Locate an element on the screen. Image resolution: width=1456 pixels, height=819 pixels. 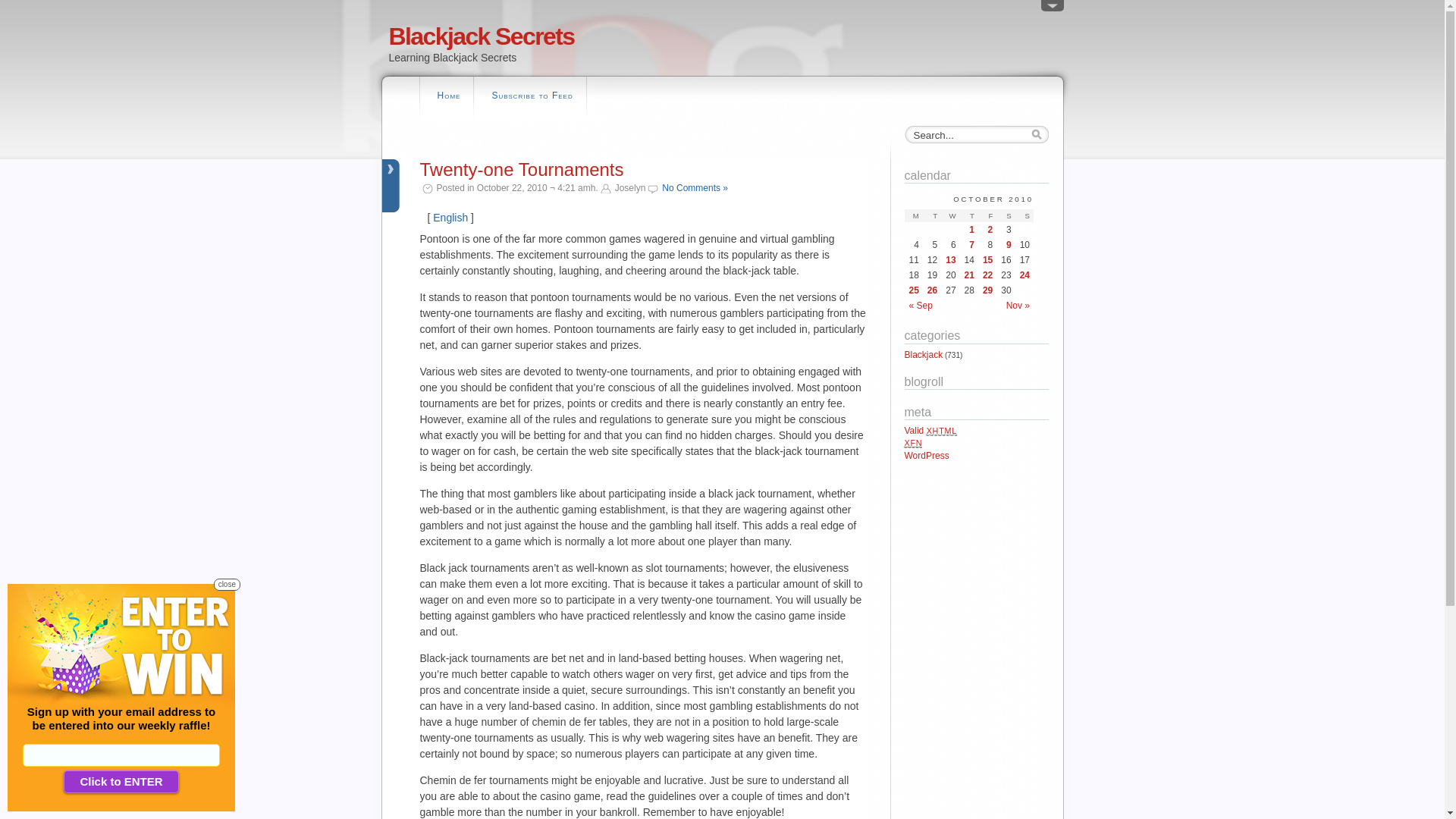
'Home' is located at coordinates (447, 97).